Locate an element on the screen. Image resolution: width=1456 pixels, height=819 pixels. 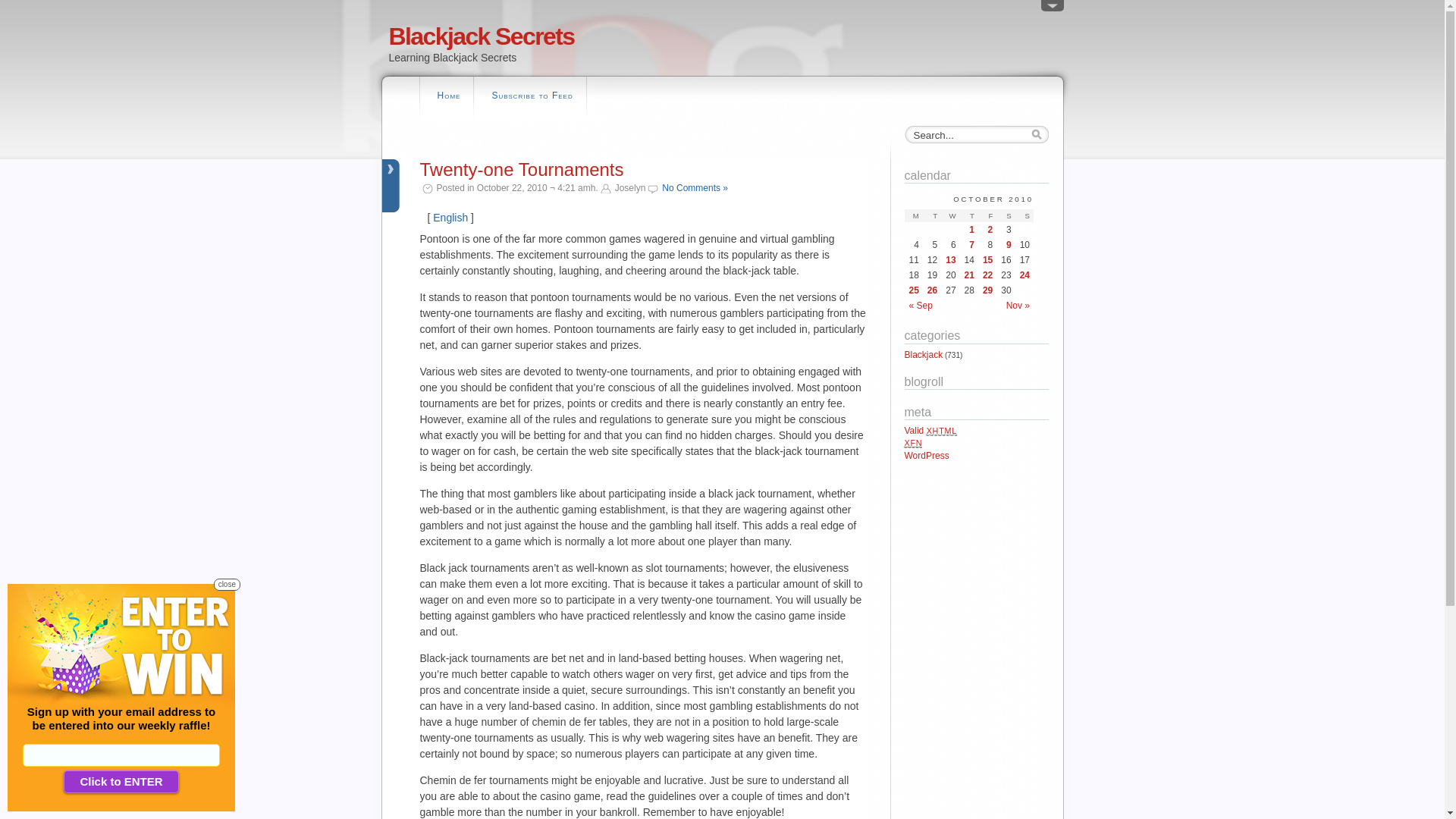
'Home' is located at coordinates (447, 97).